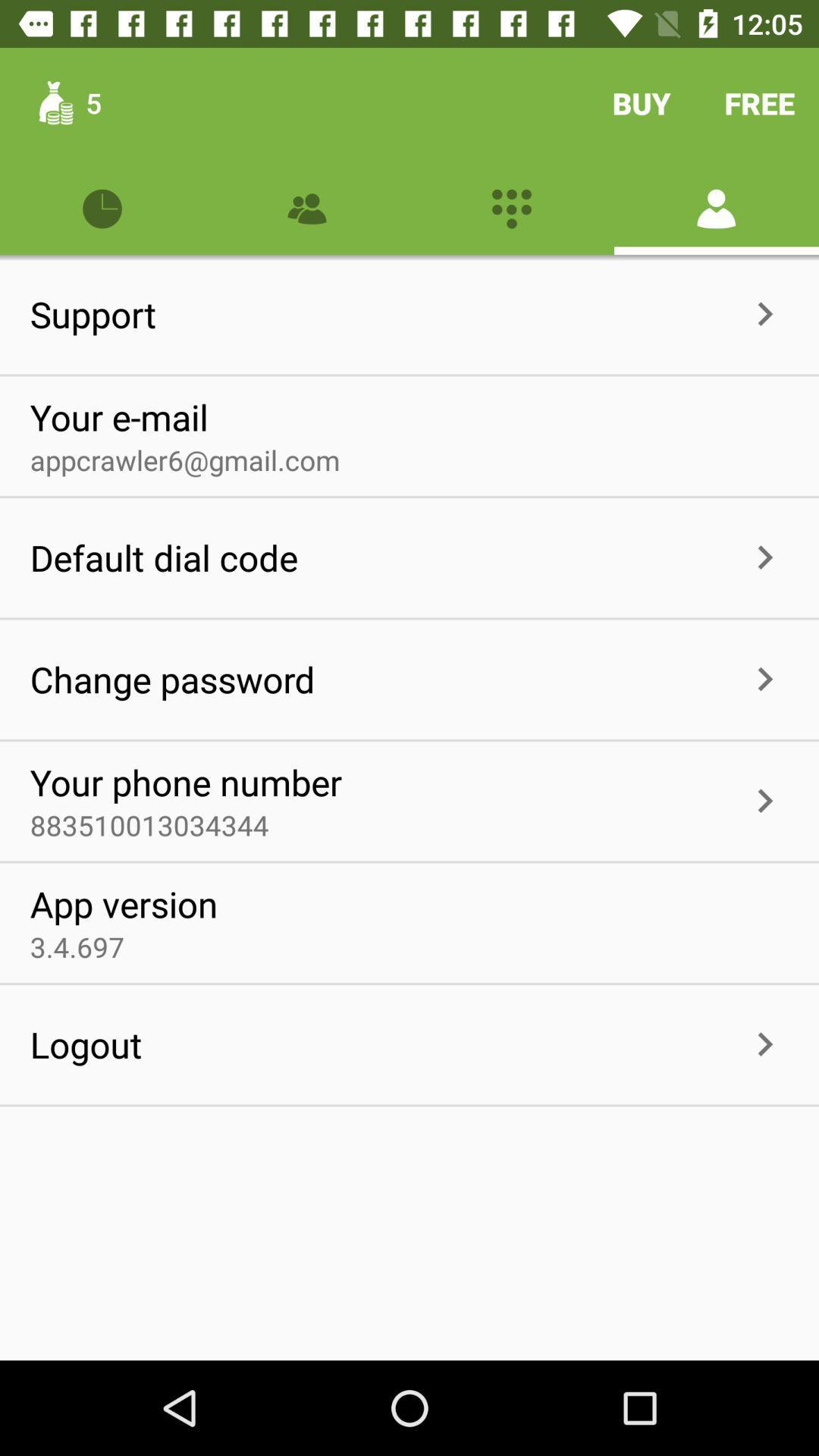  I want to click on item above the appcrawler6@gmail.com item, so click(118, 417).